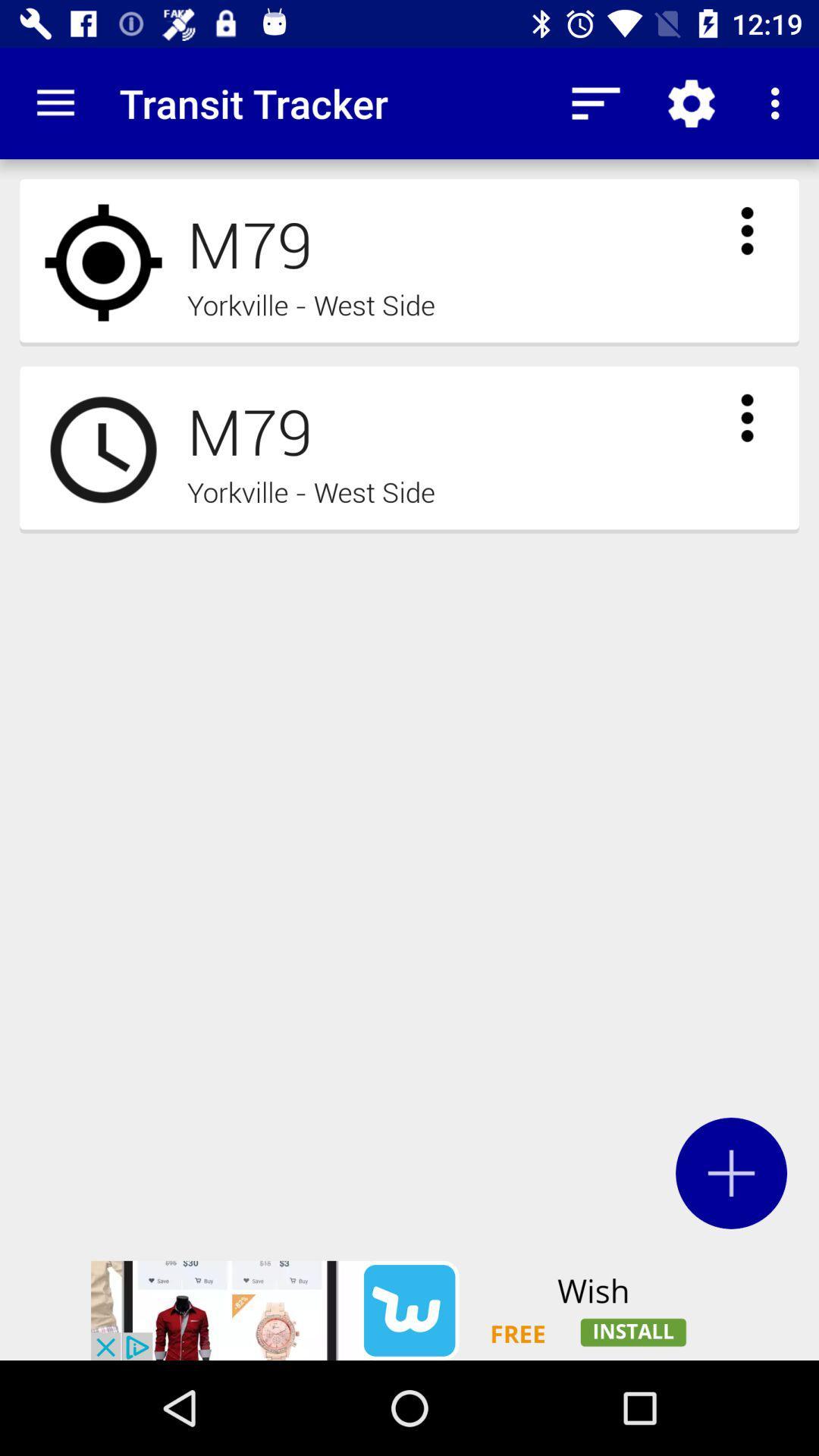 This screenshot has height=1456, width=819. Describe the element at coordinates (746, 230) in the screenshot. I see `more information` at that location.